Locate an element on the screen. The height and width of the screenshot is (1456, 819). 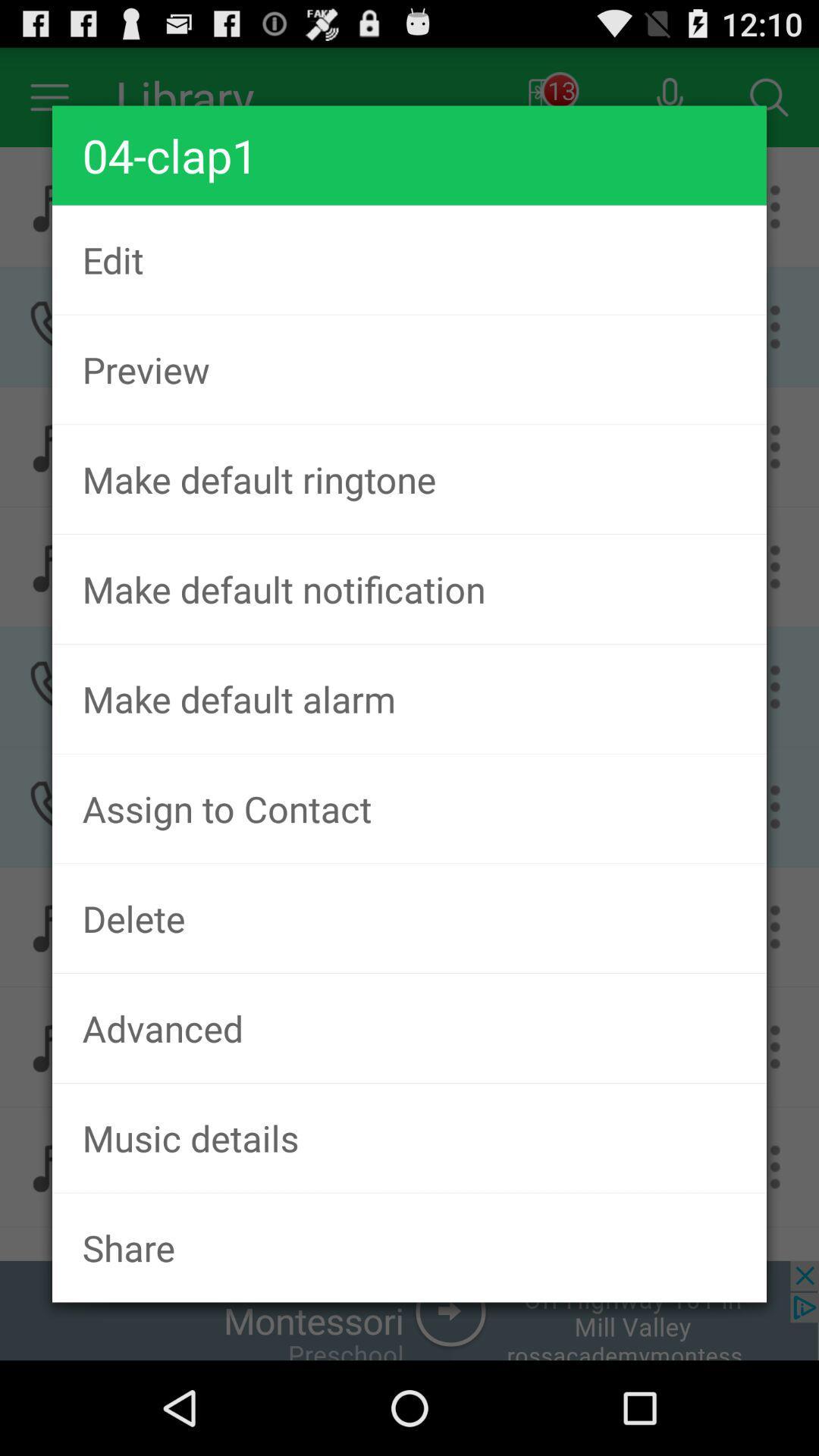
the app below advanced app is located at coordinates (409, 1137).